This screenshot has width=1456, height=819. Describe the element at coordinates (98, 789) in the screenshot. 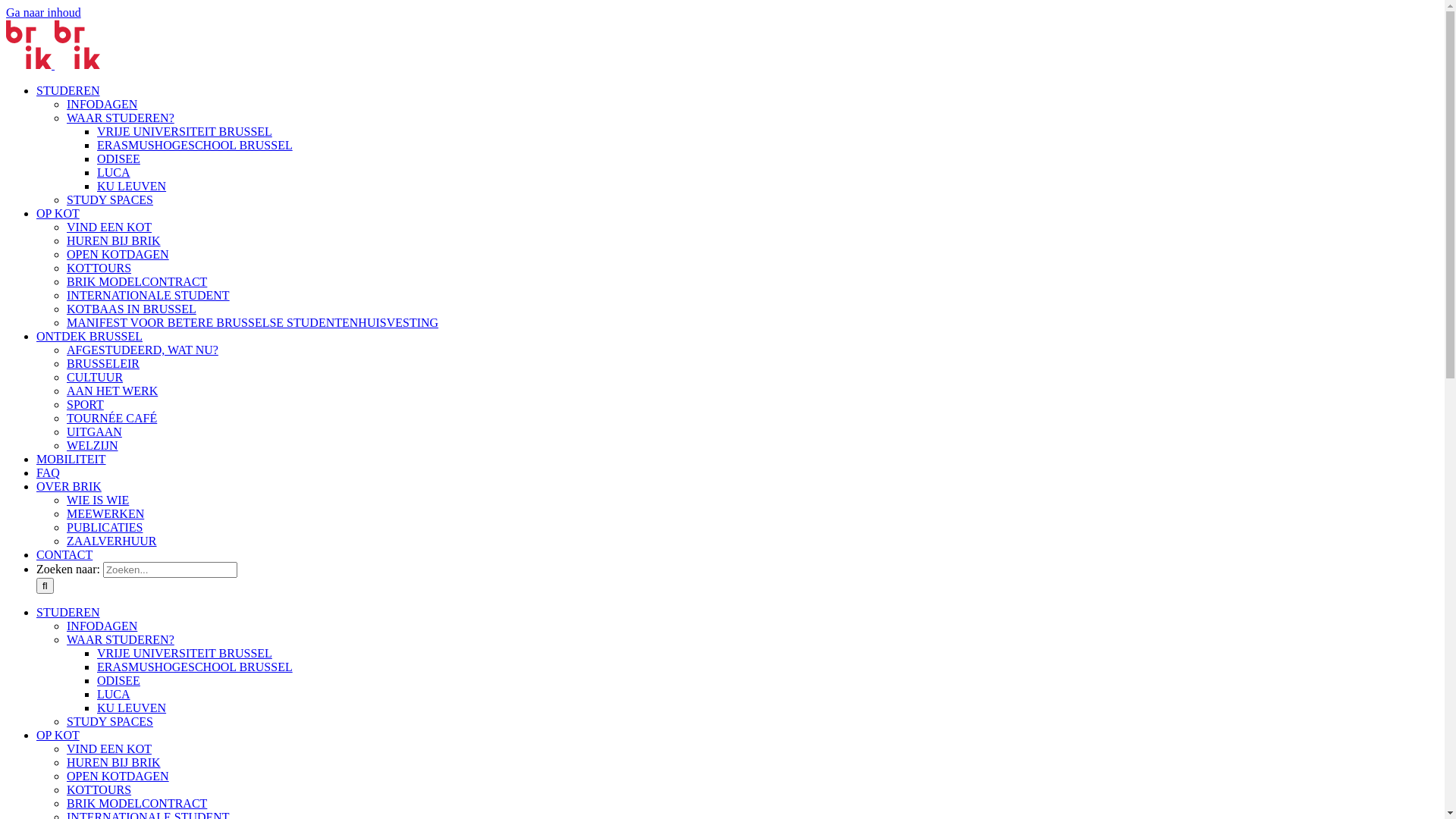

I see `'KOTTOURS'` at that location.